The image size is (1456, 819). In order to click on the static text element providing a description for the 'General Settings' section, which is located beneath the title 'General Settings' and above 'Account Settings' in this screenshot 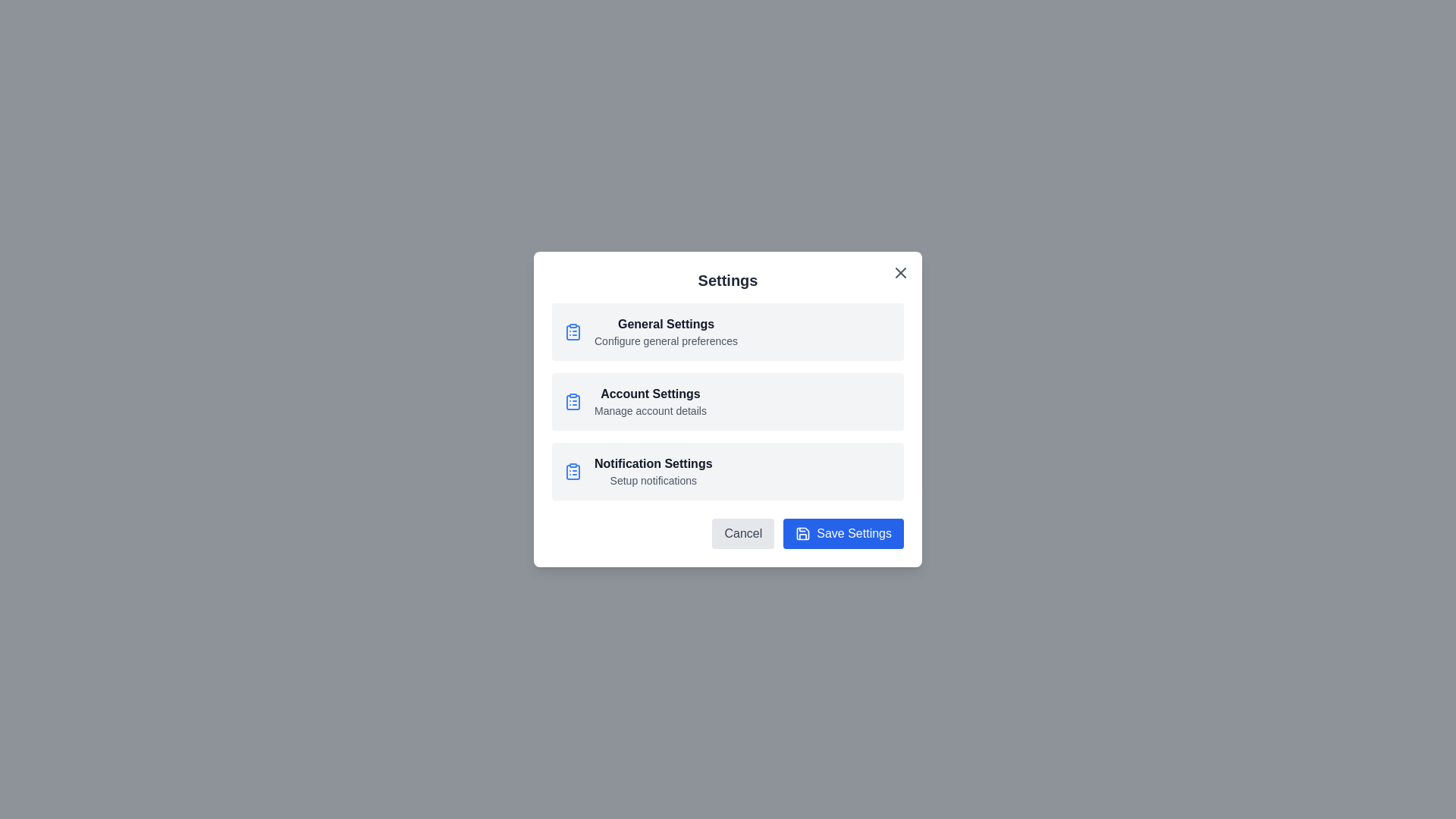, I will do `click(666, 341)`.